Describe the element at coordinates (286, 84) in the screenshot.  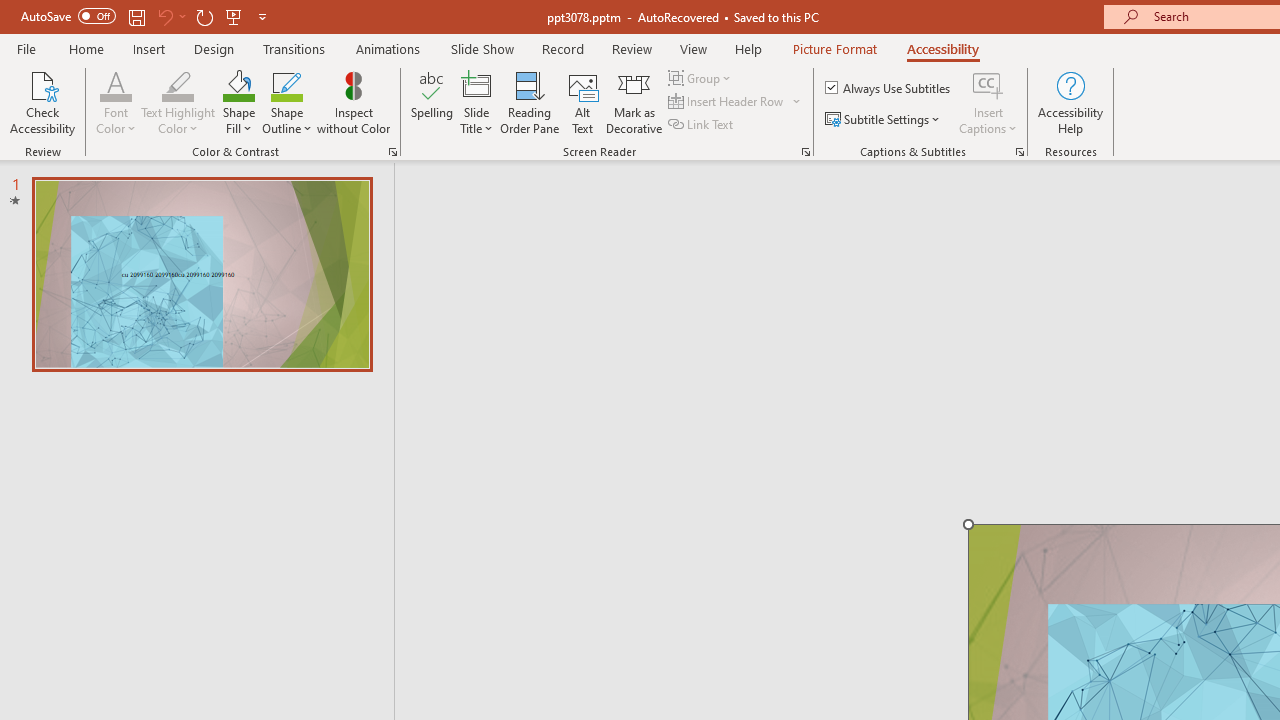
I see `'Shape Outline Green, Accent 1'` at that location.